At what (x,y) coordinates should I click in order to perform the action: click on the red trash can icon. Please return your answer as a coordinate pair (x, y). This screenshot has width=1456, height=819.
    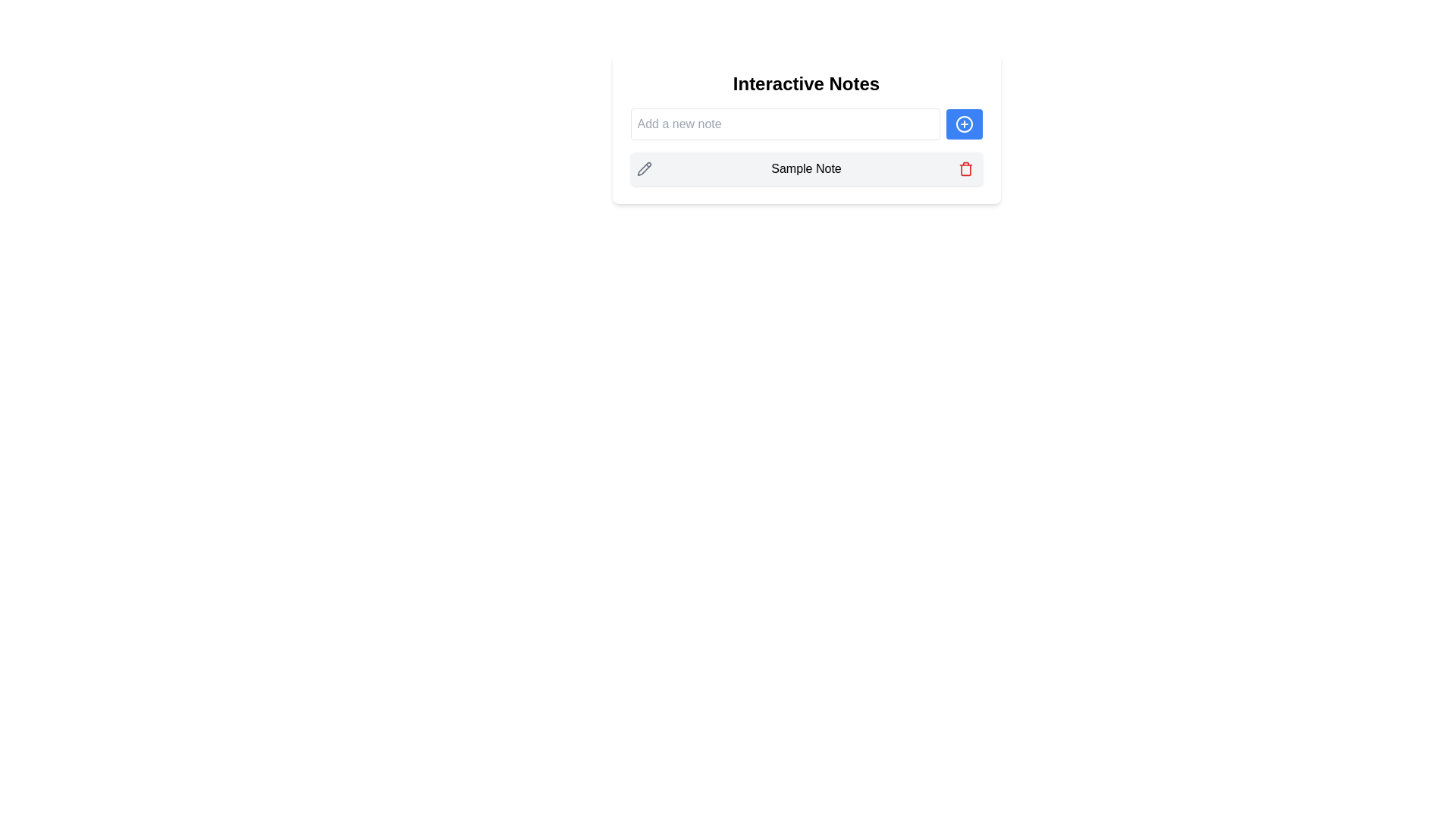
    Looking at the image, I should click on (965, 169).